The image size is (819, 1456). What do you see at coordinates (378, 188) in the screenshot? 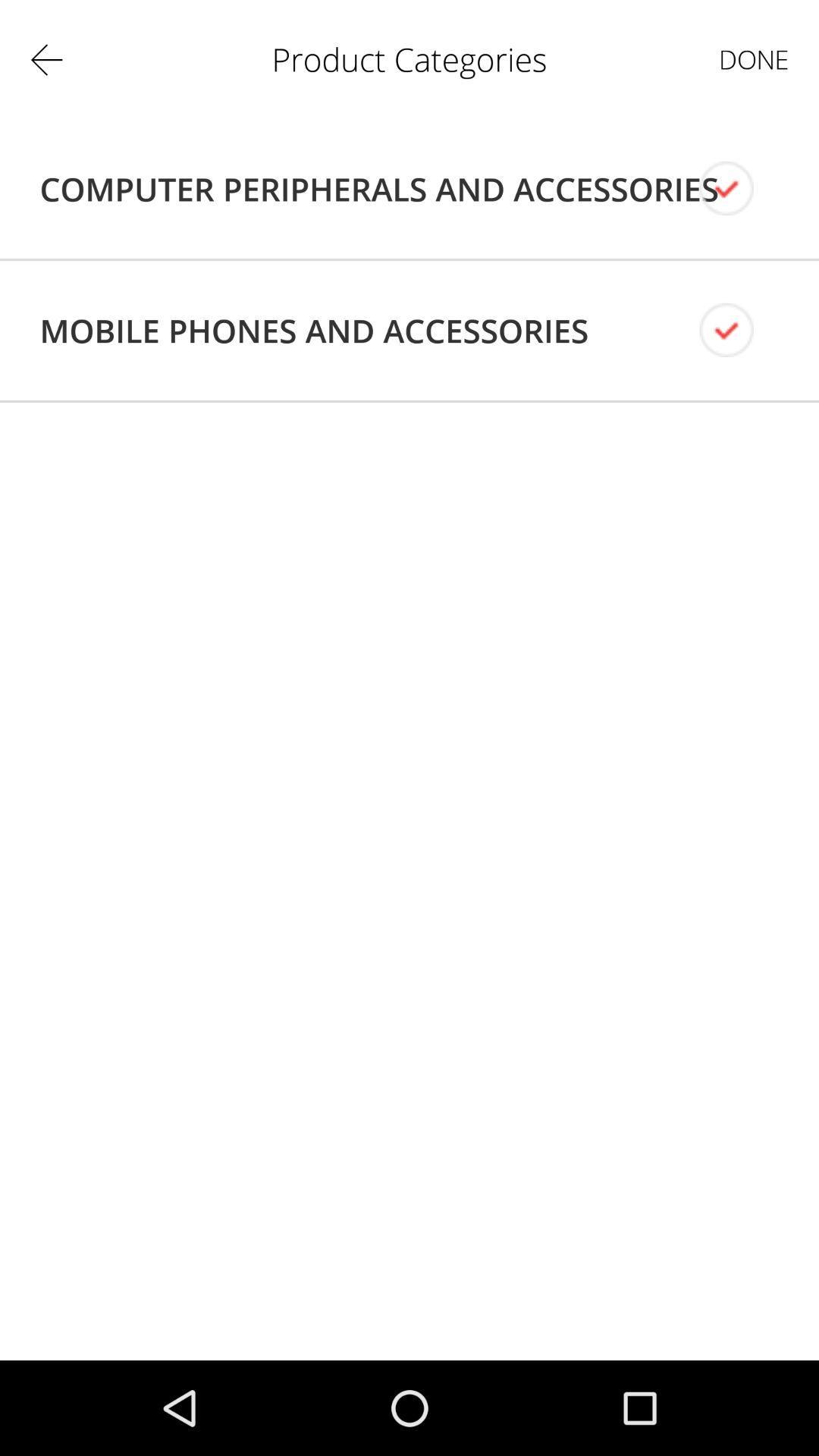
I see `computer peripherals and icon` at bounding box center [378, 188].